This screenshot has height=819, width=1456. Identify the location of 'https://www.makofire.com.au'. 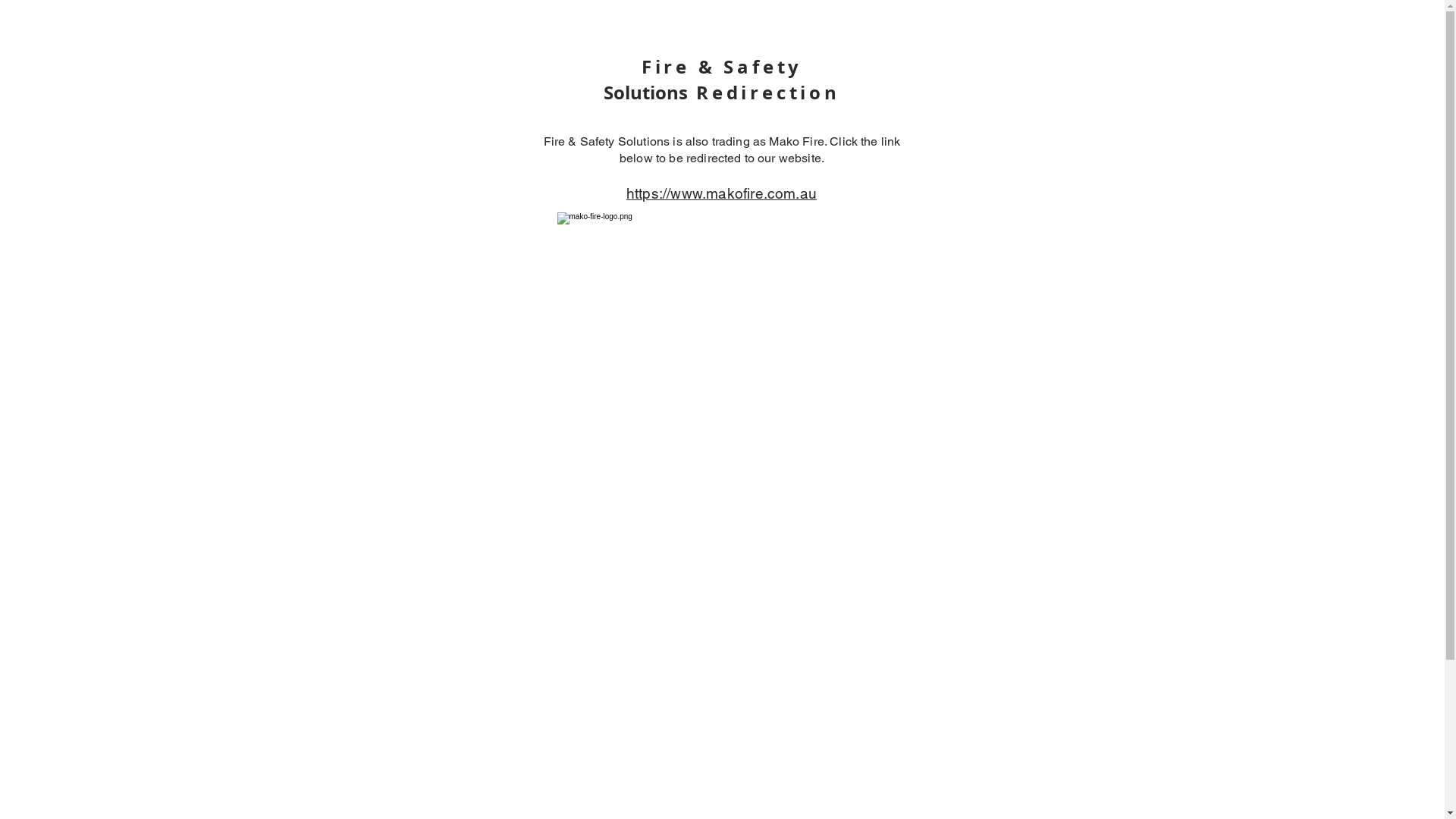
(720, 192).